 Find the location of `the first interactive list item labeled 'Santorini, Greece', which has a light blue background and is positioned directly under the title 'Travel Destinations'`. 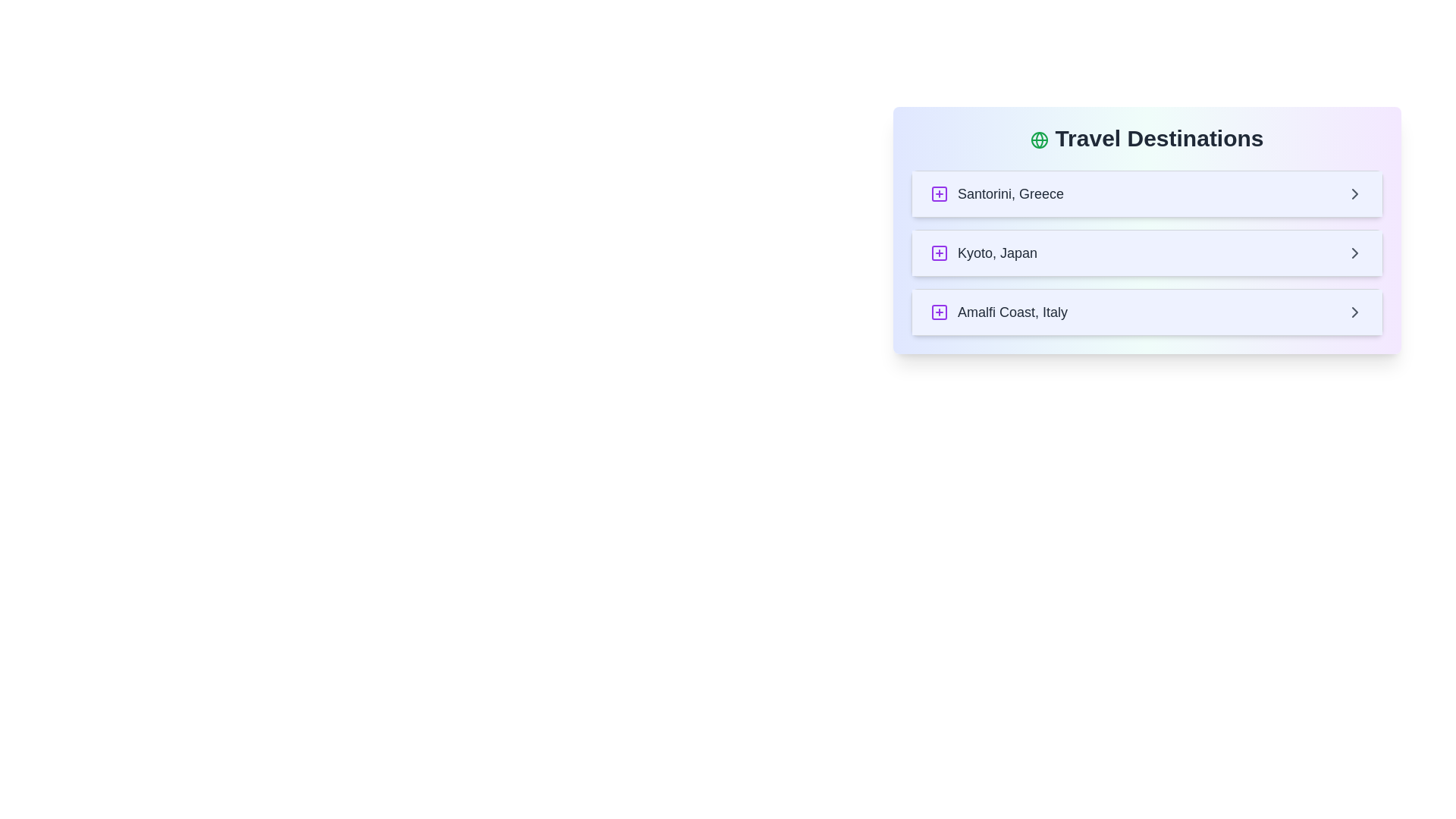

the first interactive list item labeled 'Santorini, Greece', which has a light blue background and is positioned directly under the title 'Travel Destinations' is located at coordinates (1147, 193).